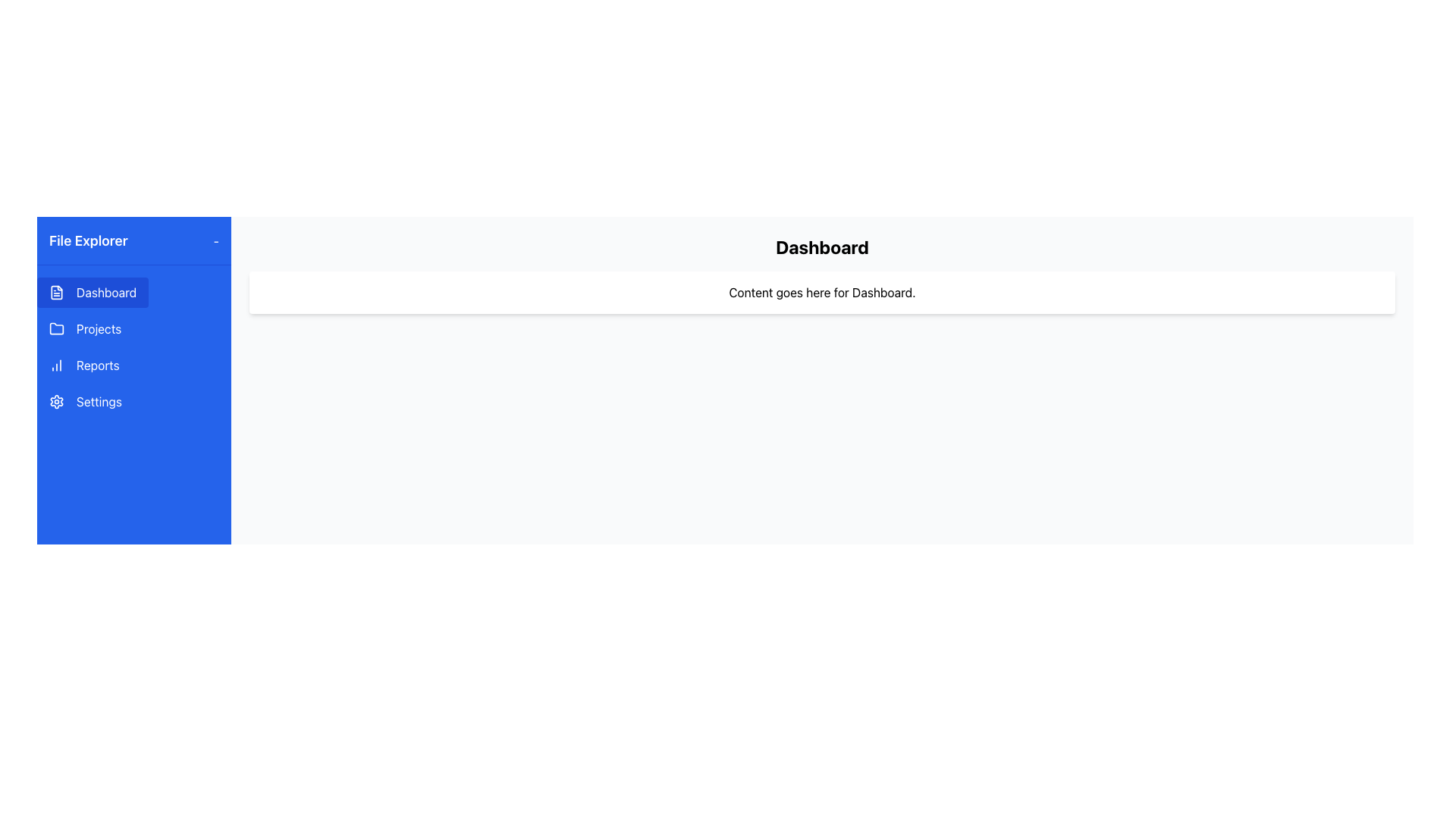 This screenshot has height=819, width=1456. What do you see at coordinates (57, 292) in the screenshot?
I see `the Decorative icon located beside the 'Dashboard' text label in the left navigation bar` at bounding box center [57, 292].